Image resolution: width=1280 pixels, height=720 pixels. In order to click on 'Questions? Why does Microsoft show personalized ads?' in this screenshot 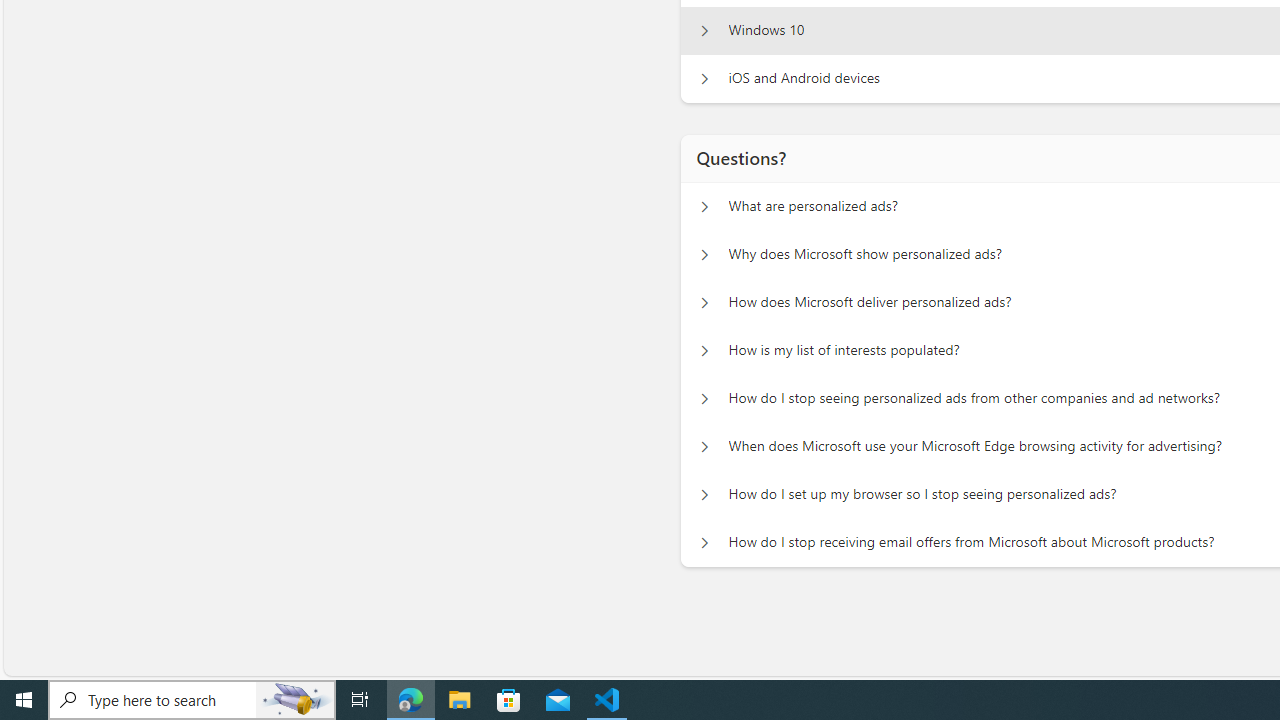, I will do `click(704, 254)`.